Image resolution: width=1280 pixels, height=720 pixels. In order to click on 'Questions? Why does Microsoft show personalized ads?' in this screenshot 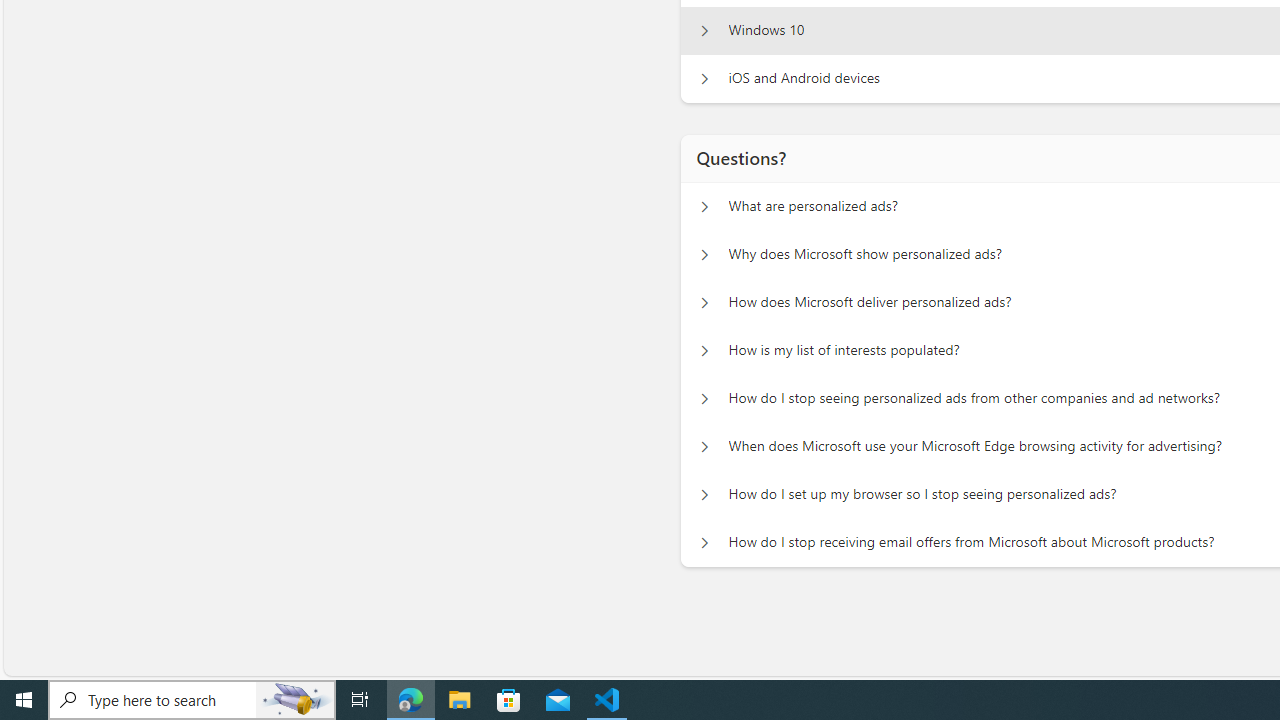, I will do `click(704, 254)`.